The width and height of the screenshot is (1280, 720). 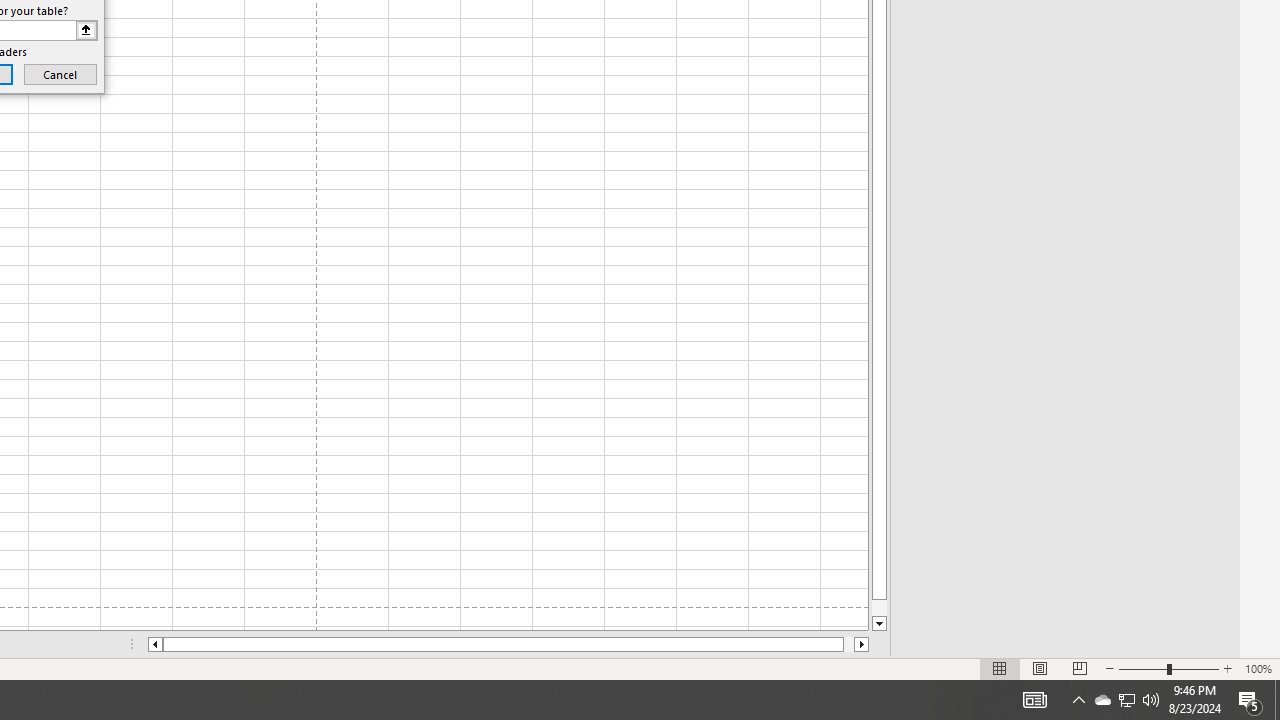 What do you see at coordinates (1168, 669) in the screenshot?
I see `'Zoom'` at bounding box center [1168, 669].